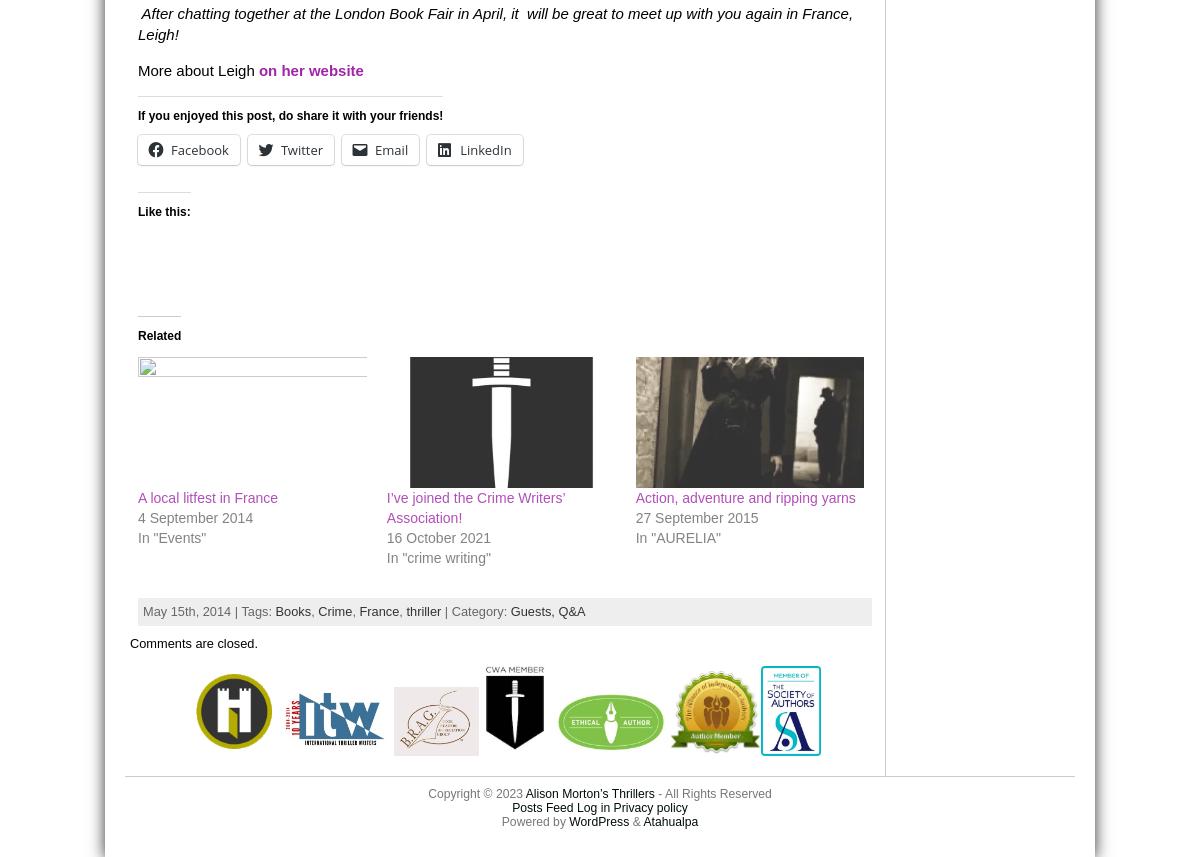 This screenshot has height=857, width=1200. I want to click on 'LinkedIn', so click(484, 148).